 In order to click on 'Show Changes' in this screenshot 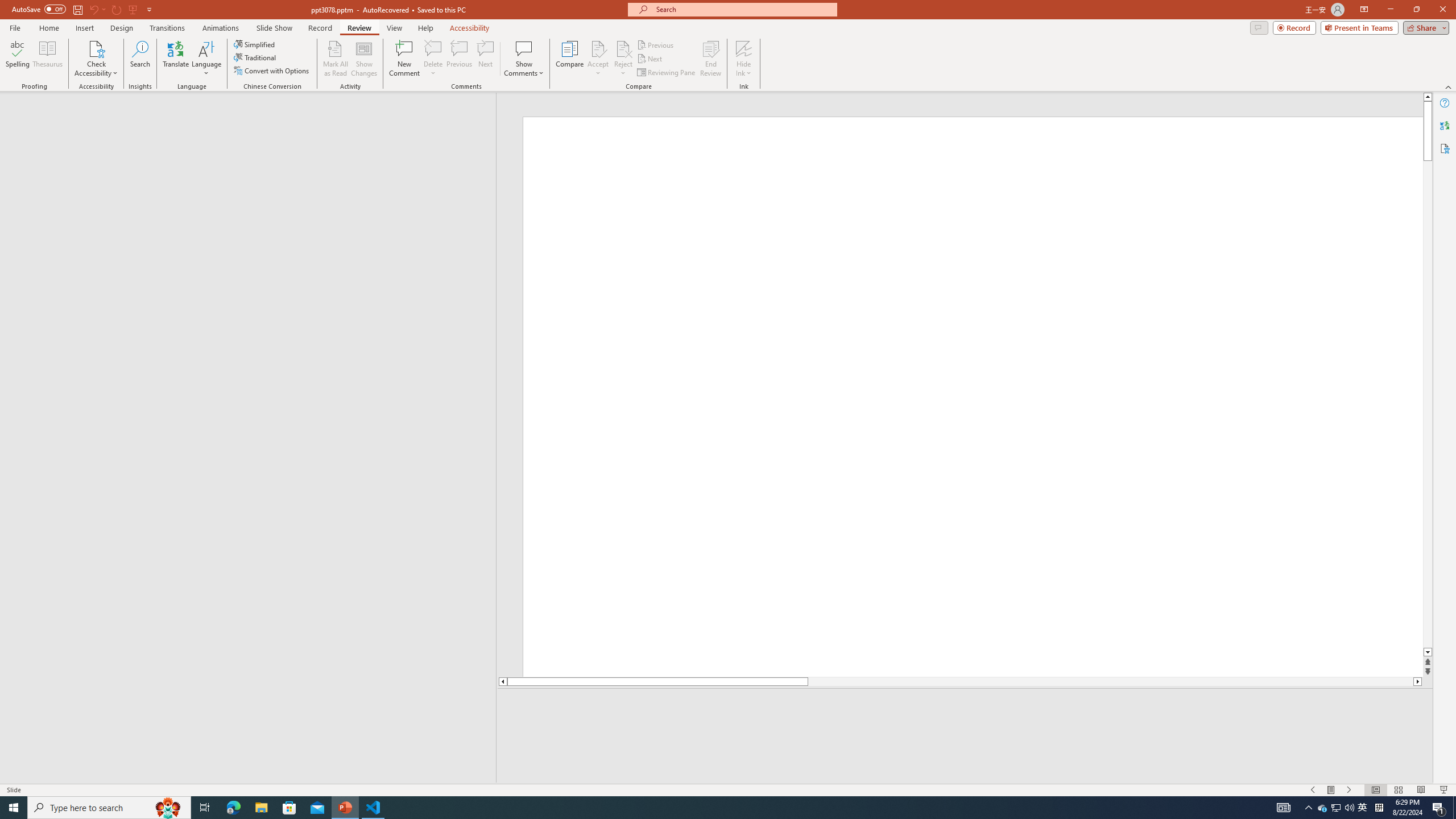, I will do `click(364, 59)`.